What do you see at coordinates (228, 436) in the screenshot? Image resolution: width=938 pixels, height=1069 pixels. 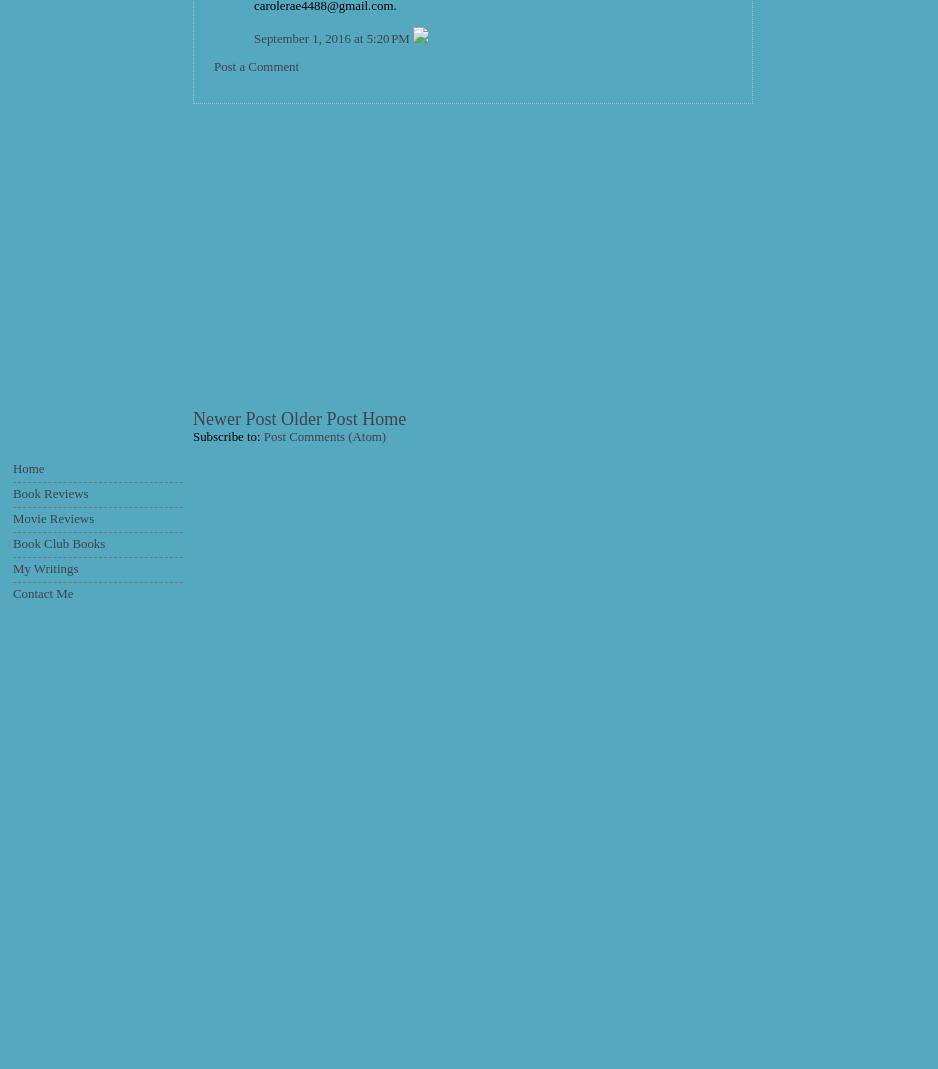 I see `'Subscribe to:'` at bounding box center [228, 436].